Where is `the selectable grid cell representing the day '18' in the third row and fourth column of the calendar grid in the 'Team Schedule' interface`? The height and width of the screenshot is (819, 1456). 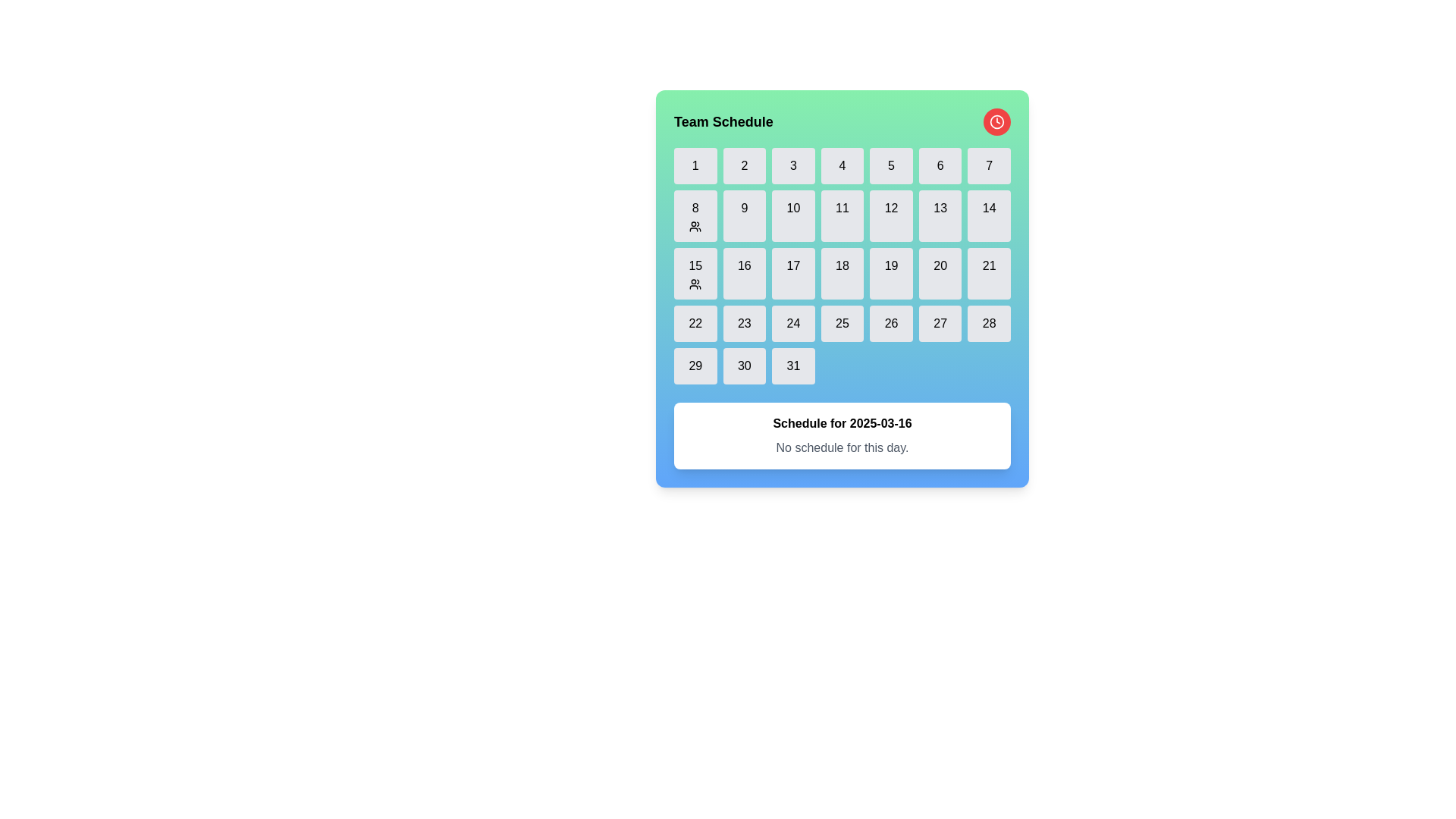
the selectable grid cell representing the day '18' in the third row and fourth column of the calendar grid in the 'Team Schedule' interface is located at coordinates (841, 289).